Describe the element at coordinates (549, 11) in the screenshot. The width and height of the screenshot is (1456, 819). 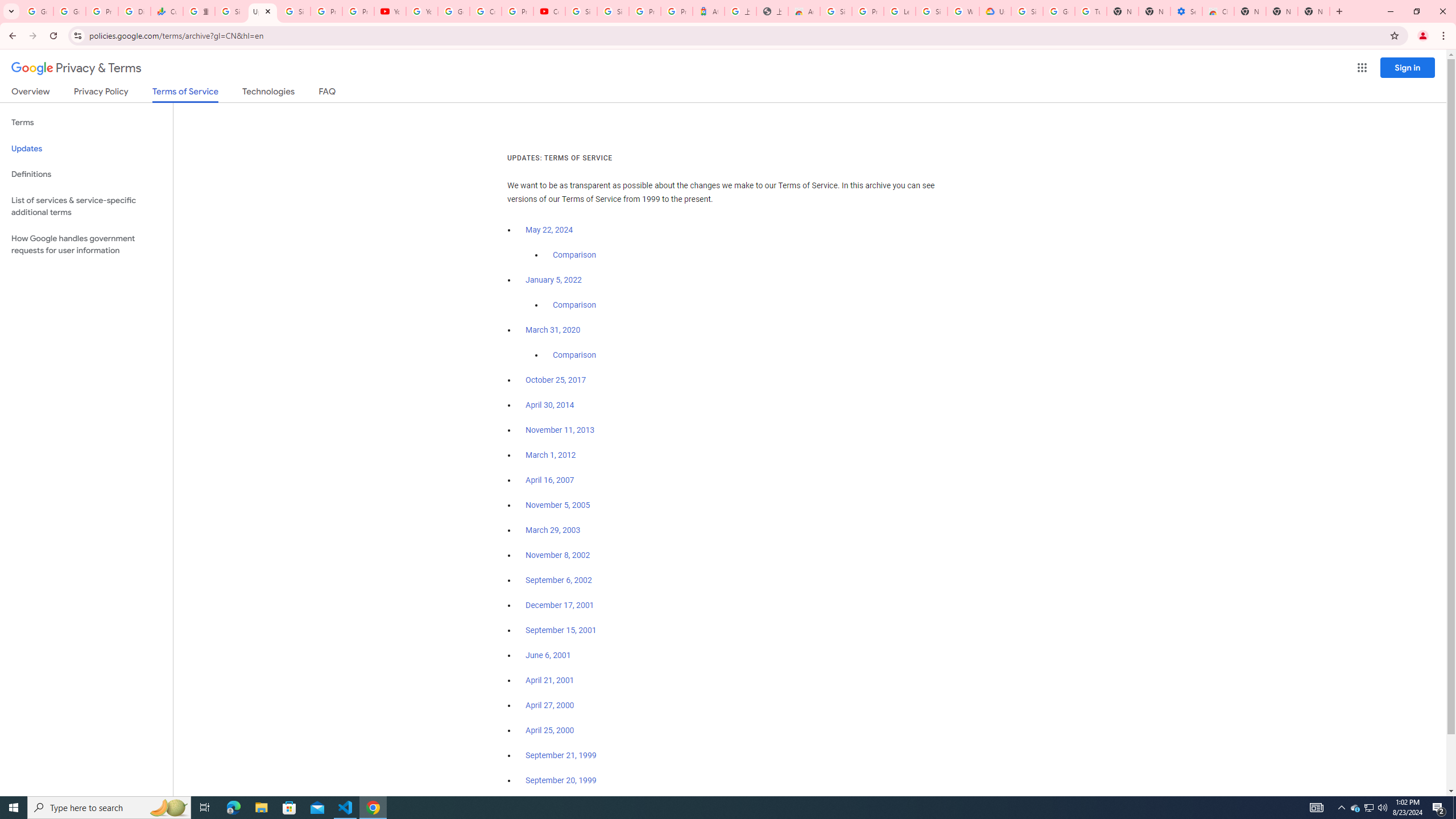
I see `'Content Creator Programs & Opportunities - YouTube Creators'` at that location.